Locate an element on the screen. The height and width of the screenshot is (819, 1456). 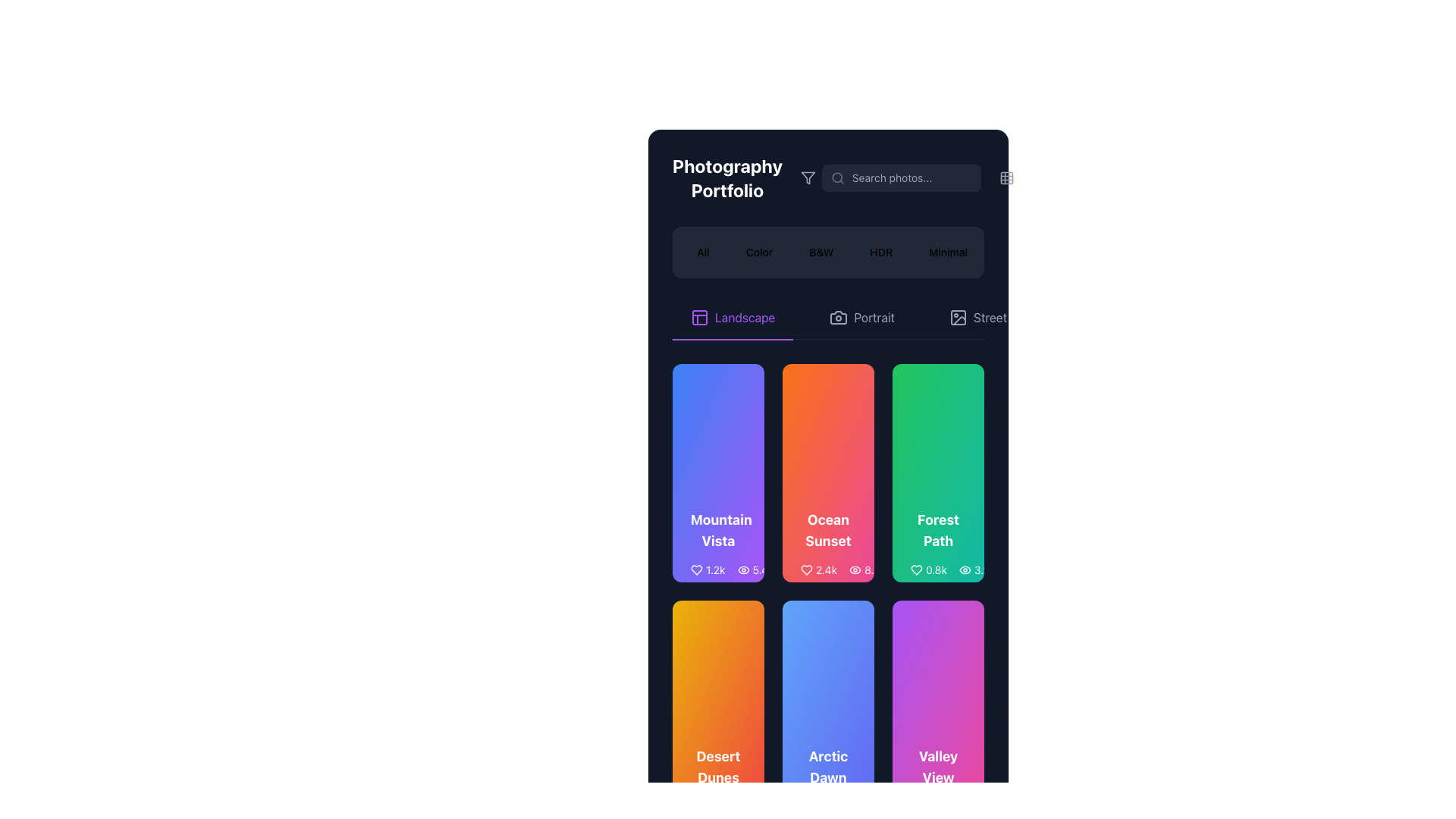
the static text label displaying '8.2k', which is styled with the class 'text-sm' and is associated with an eye-like icon, located at the bottom of the 'Ocean Sunset' card is located at coordinates (874, 570).